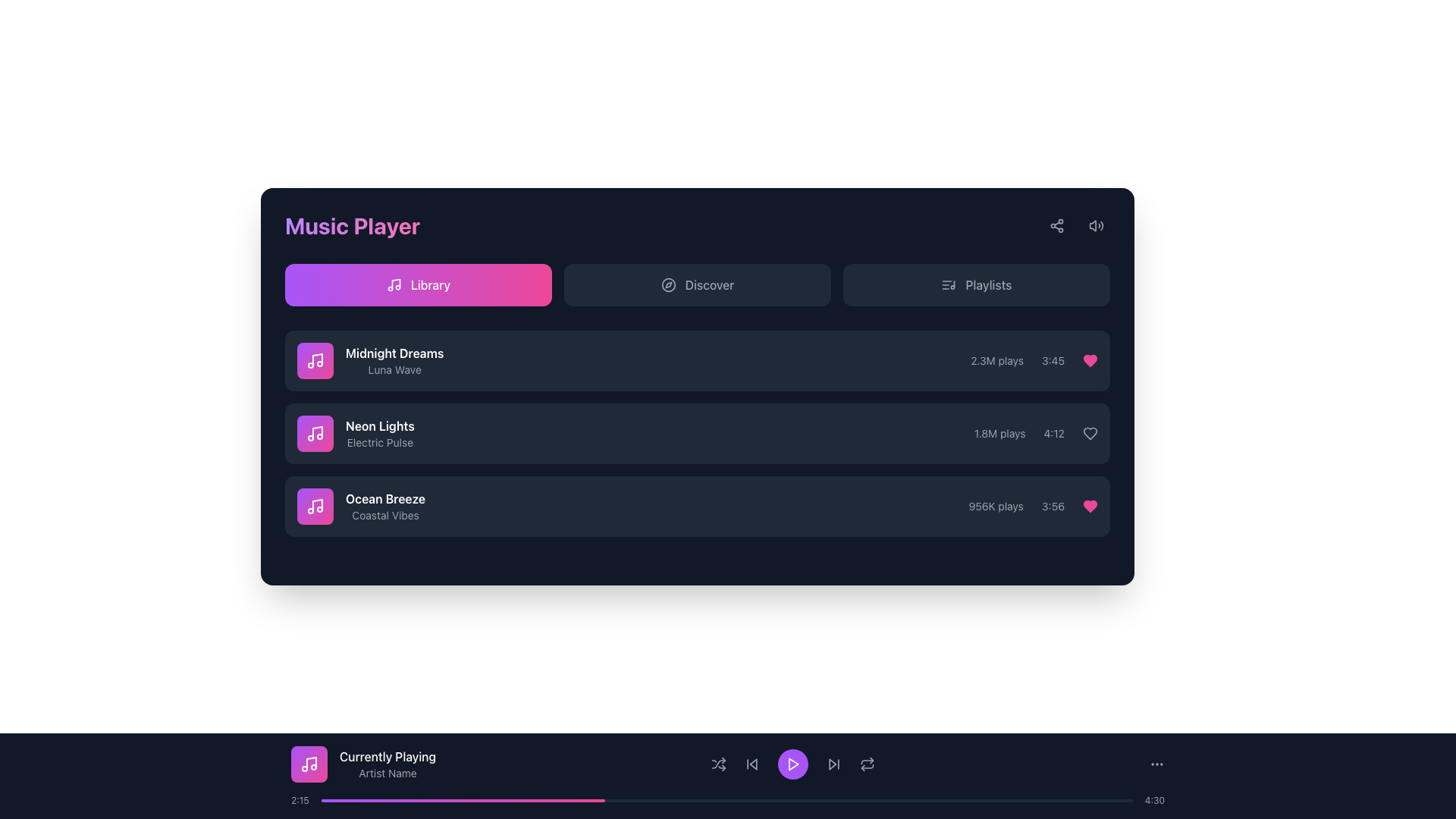  Describe the element at coordinates (388, 764) in the screenshot. I see `the Label element displaying 'Currently Playing' and 'Artist Name' in the bottom playback bar of the music player interface` at that location.